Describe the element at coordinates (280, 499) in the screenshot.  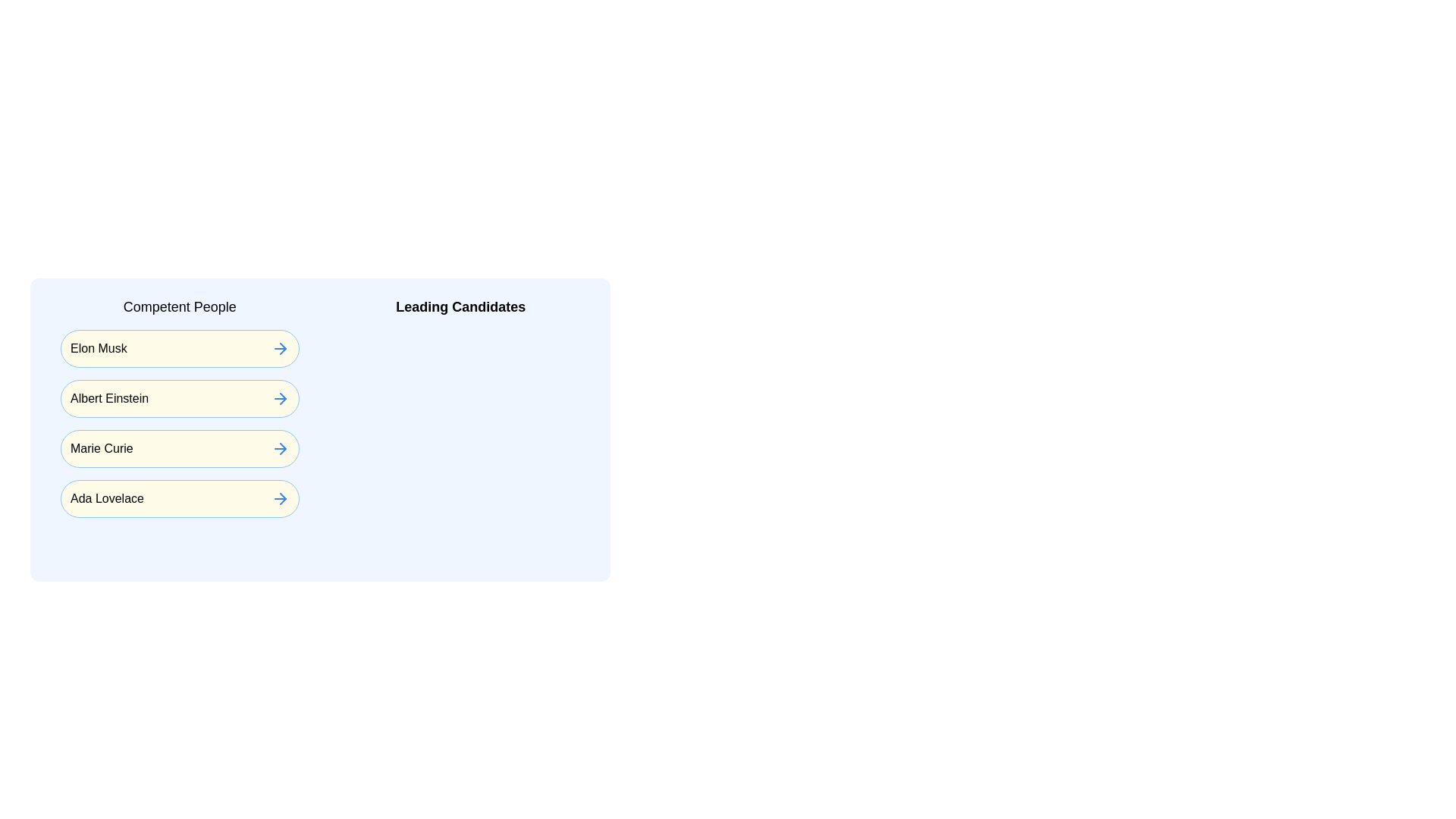
I see `arrow next to the name of Ada Lovelace in the 'Competent People' list to assign them to 'Leading Candidates'` at that location.